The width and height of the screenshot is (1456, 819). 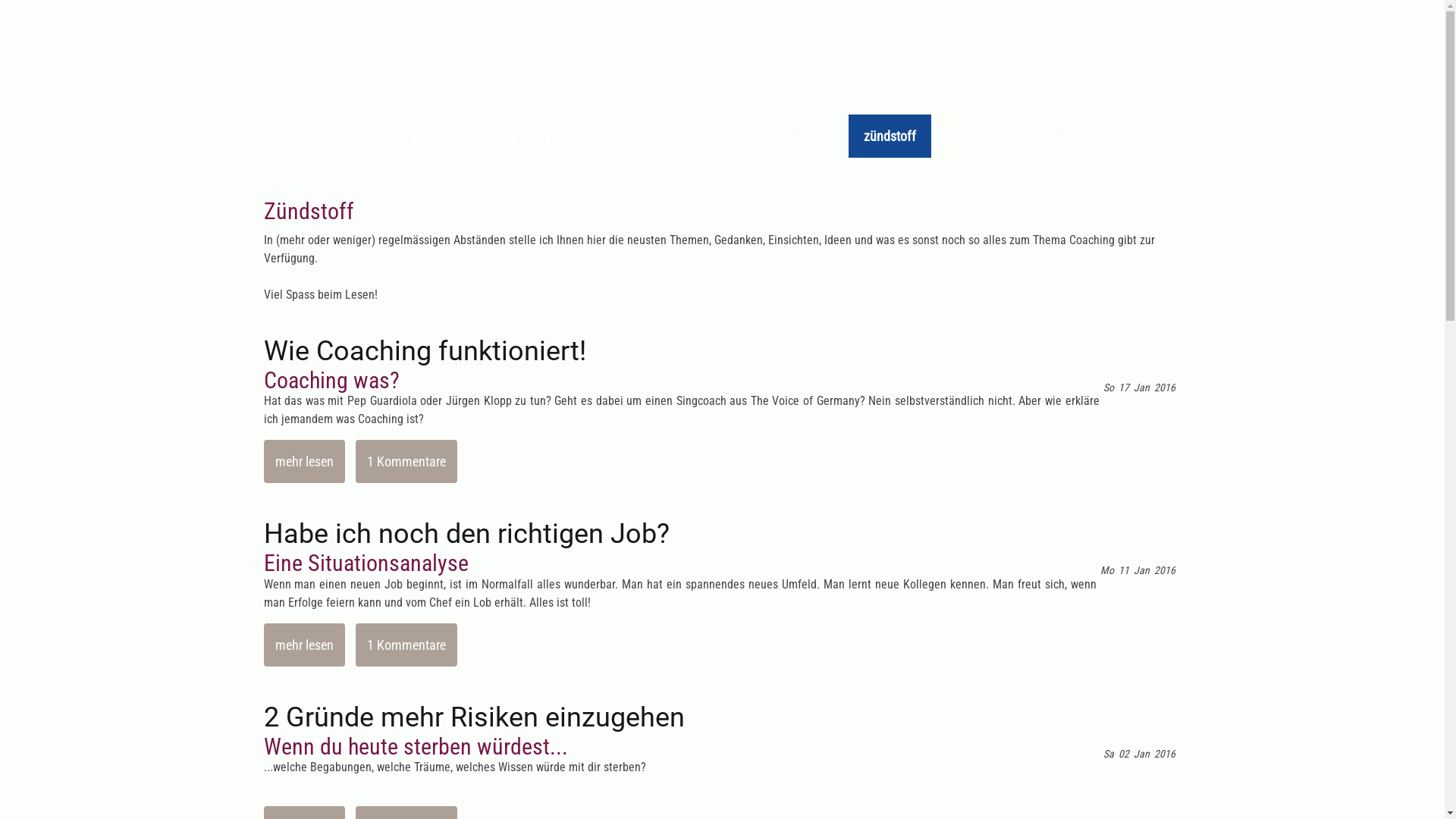 What do you see at coordinates (336, 135) in the screenshot?
I see `'home'` at bounding box center [336, 135].